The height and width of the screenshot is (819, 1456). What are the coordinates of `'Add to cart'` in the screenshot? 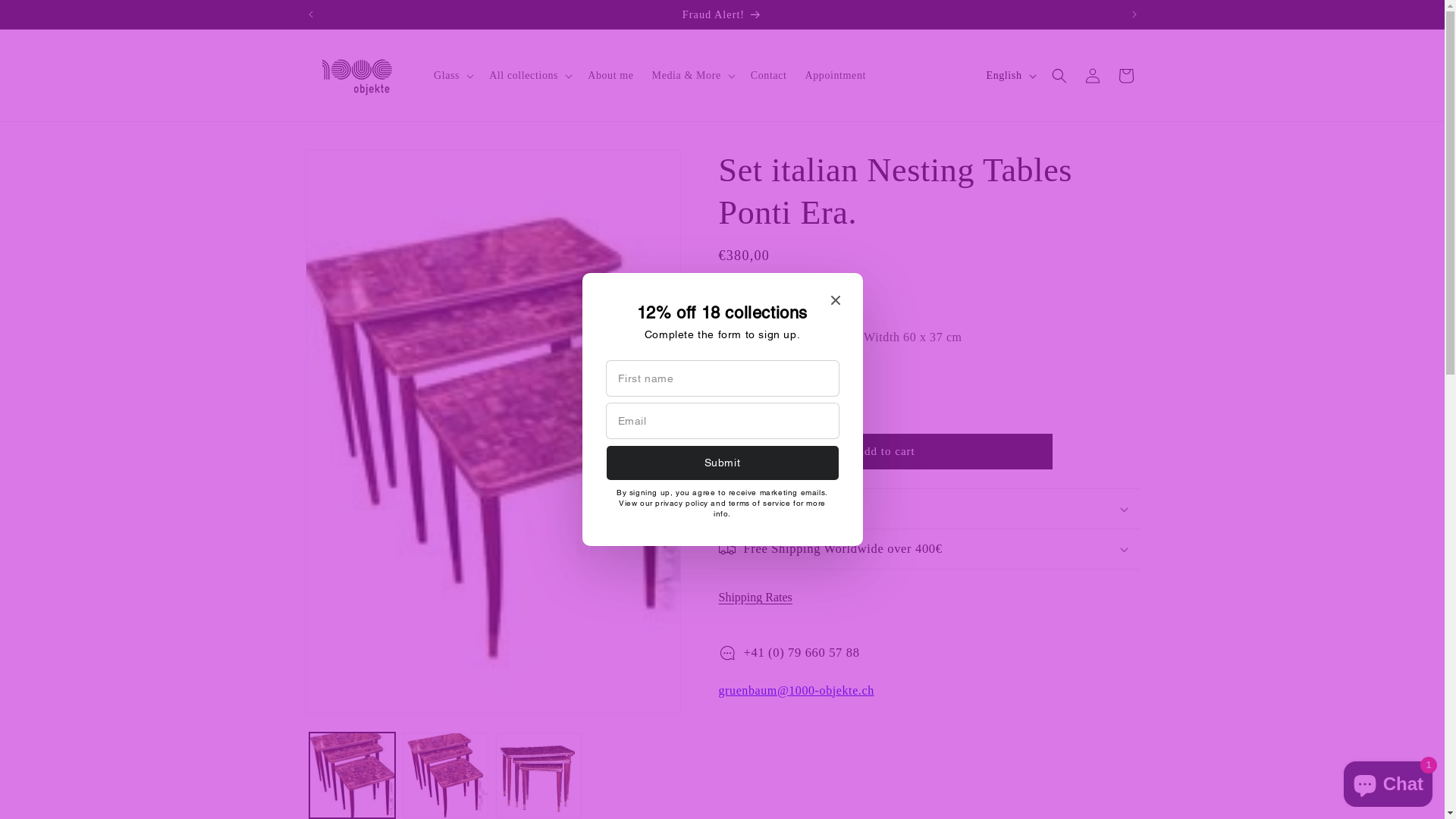 It's located at (885, 450).